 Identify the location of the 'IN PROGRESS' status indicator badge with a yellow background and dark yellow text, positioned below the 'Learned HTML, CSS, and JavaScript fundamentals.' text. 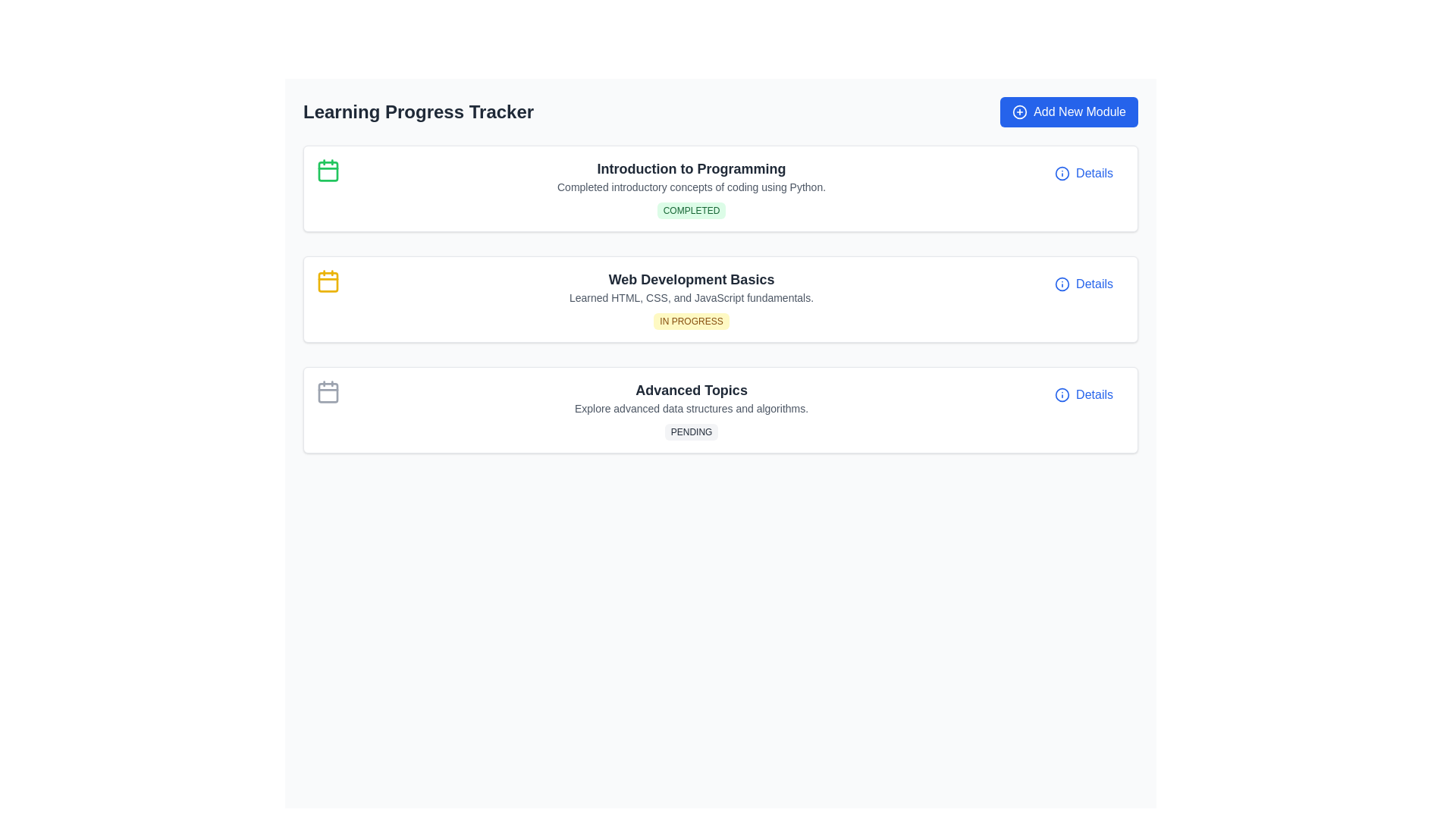
(691, 321).